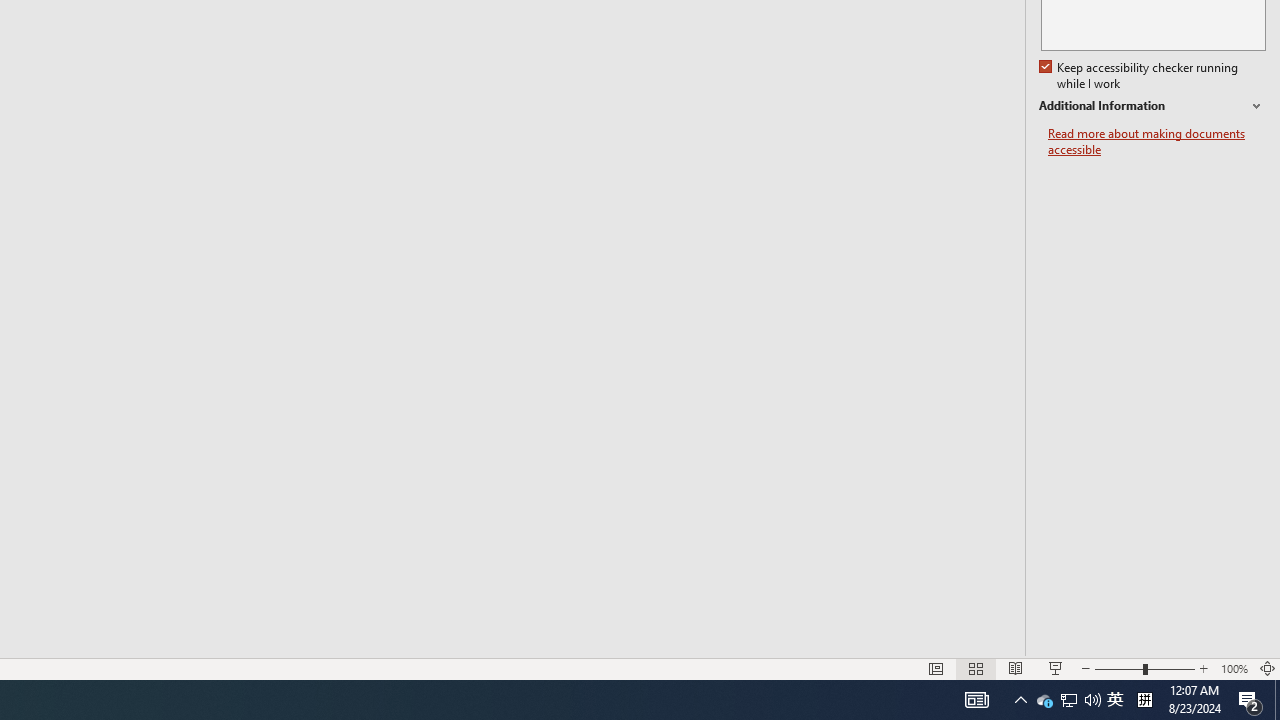  I want to click on 'Additional Information', so click(1152, 106).